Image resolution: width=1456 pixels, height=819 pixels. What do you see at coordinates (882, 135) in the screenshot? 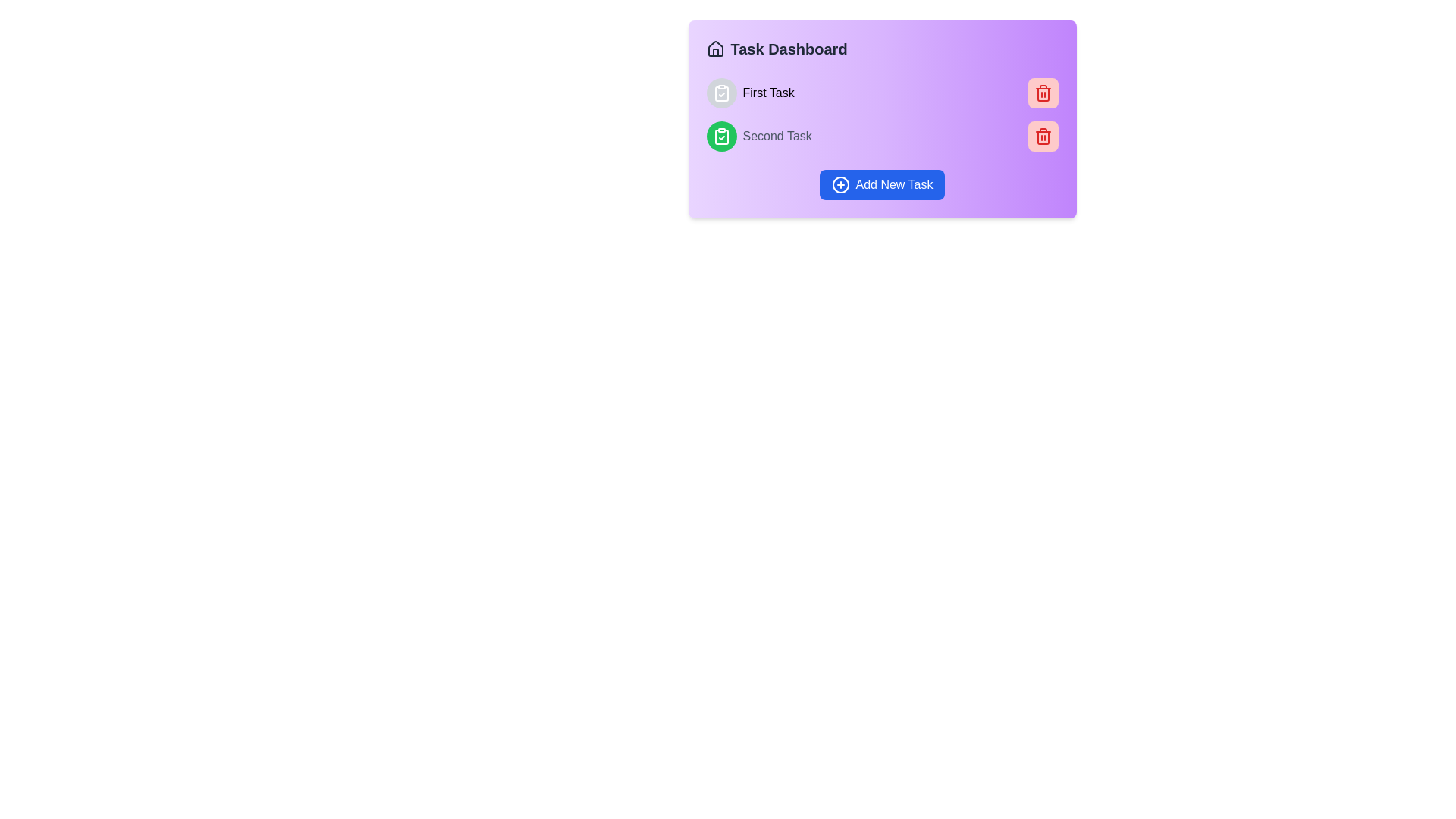
I see `the completed task item in the task list, which is the second item from the top` at bounding box center [882, 135].